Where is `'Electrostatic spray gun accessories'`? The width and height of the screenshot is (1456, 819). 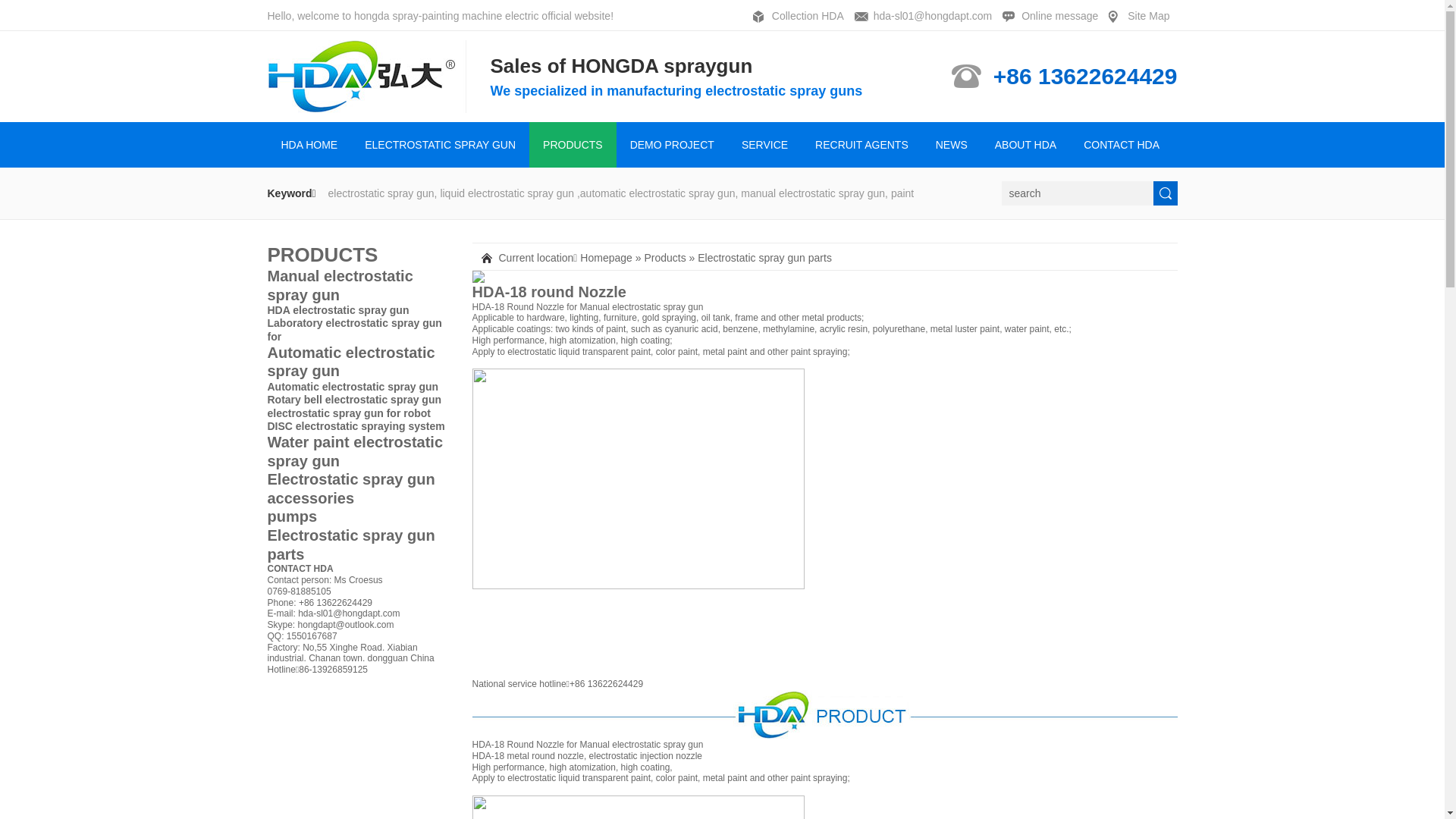 'Electrostatic spray gun accessories' is located at coordinates (266, 488).